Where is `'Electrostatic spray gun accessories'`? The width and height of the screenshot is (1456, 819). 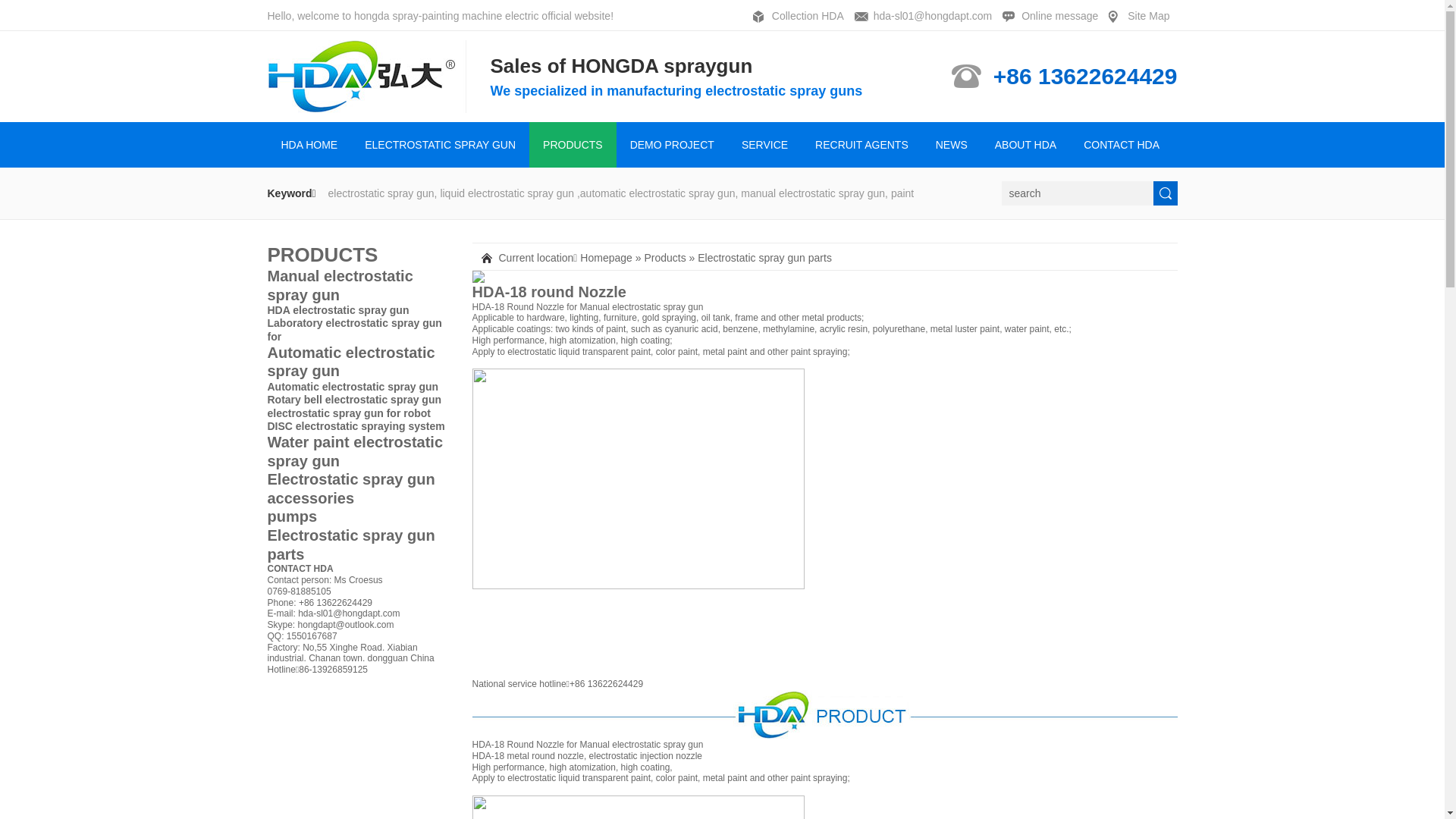 'Electrostatic spray gun accessories' is located at coordinates (266, 488).